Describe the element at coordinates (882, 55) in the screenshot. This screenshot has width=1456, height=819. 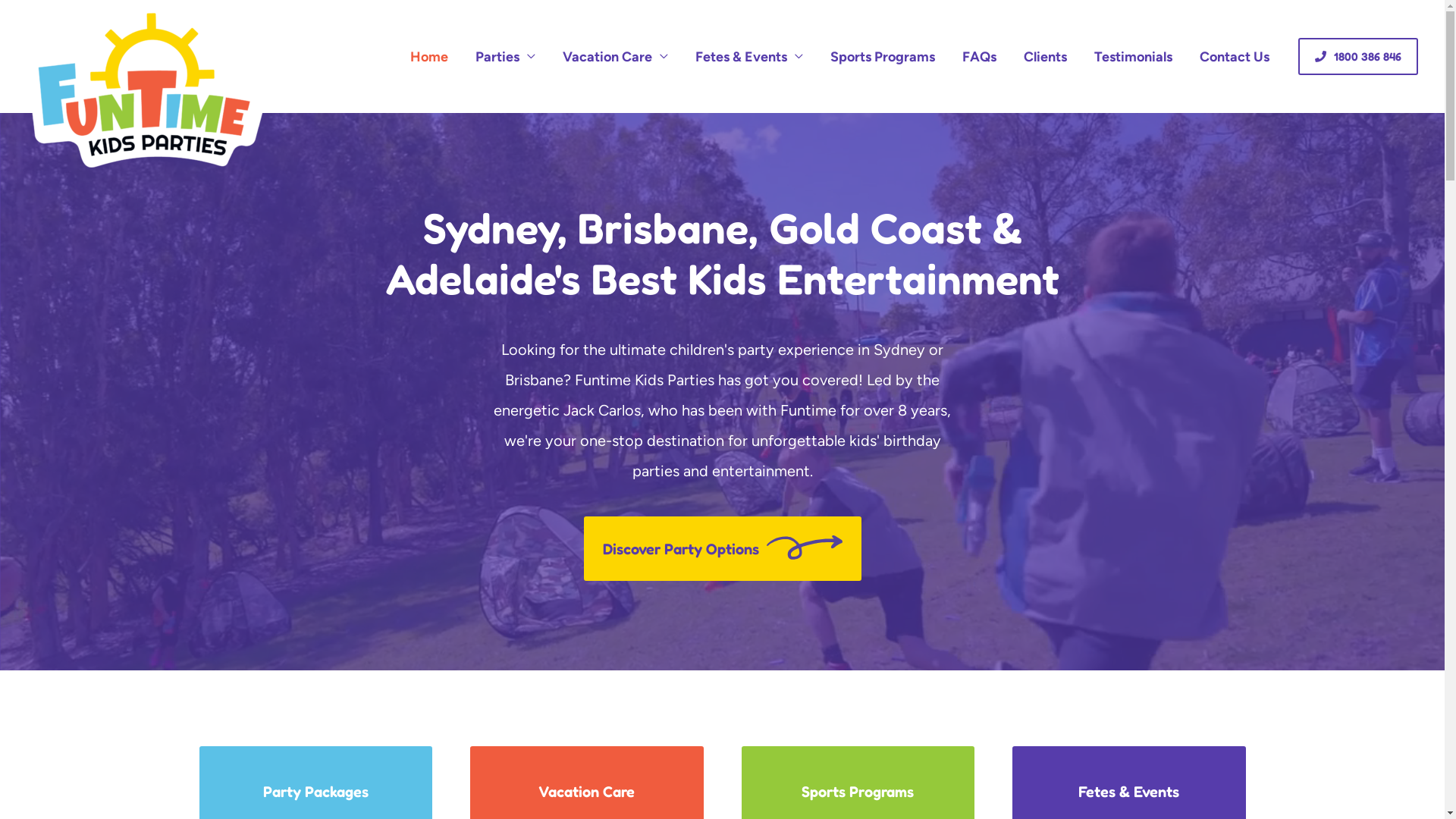
I see `'Sports Programs'` at that location.